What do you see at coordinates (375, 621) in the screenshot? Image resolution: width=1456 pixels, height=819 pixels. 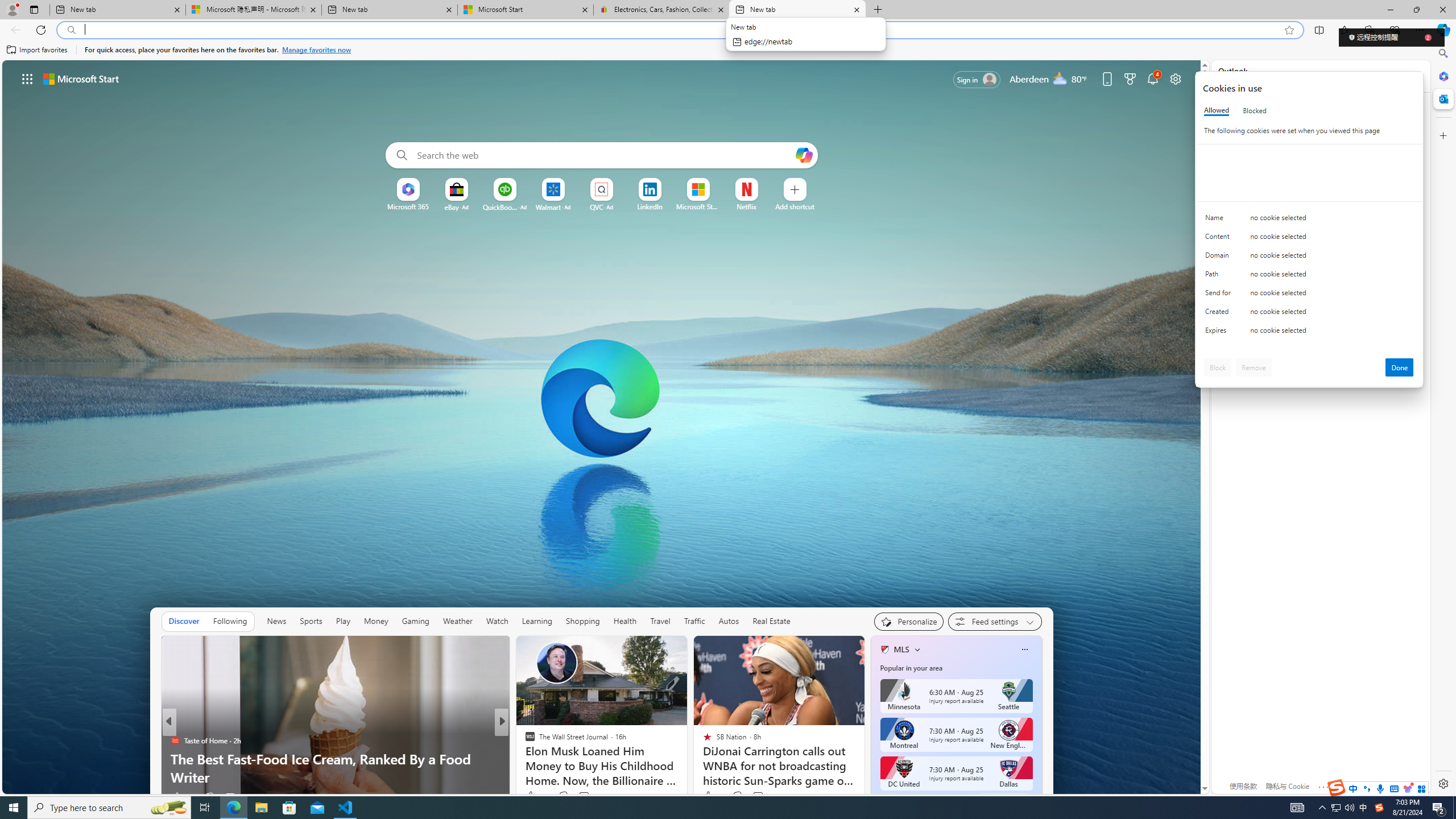 I see `'Money'` at bounding box center [375, 621].